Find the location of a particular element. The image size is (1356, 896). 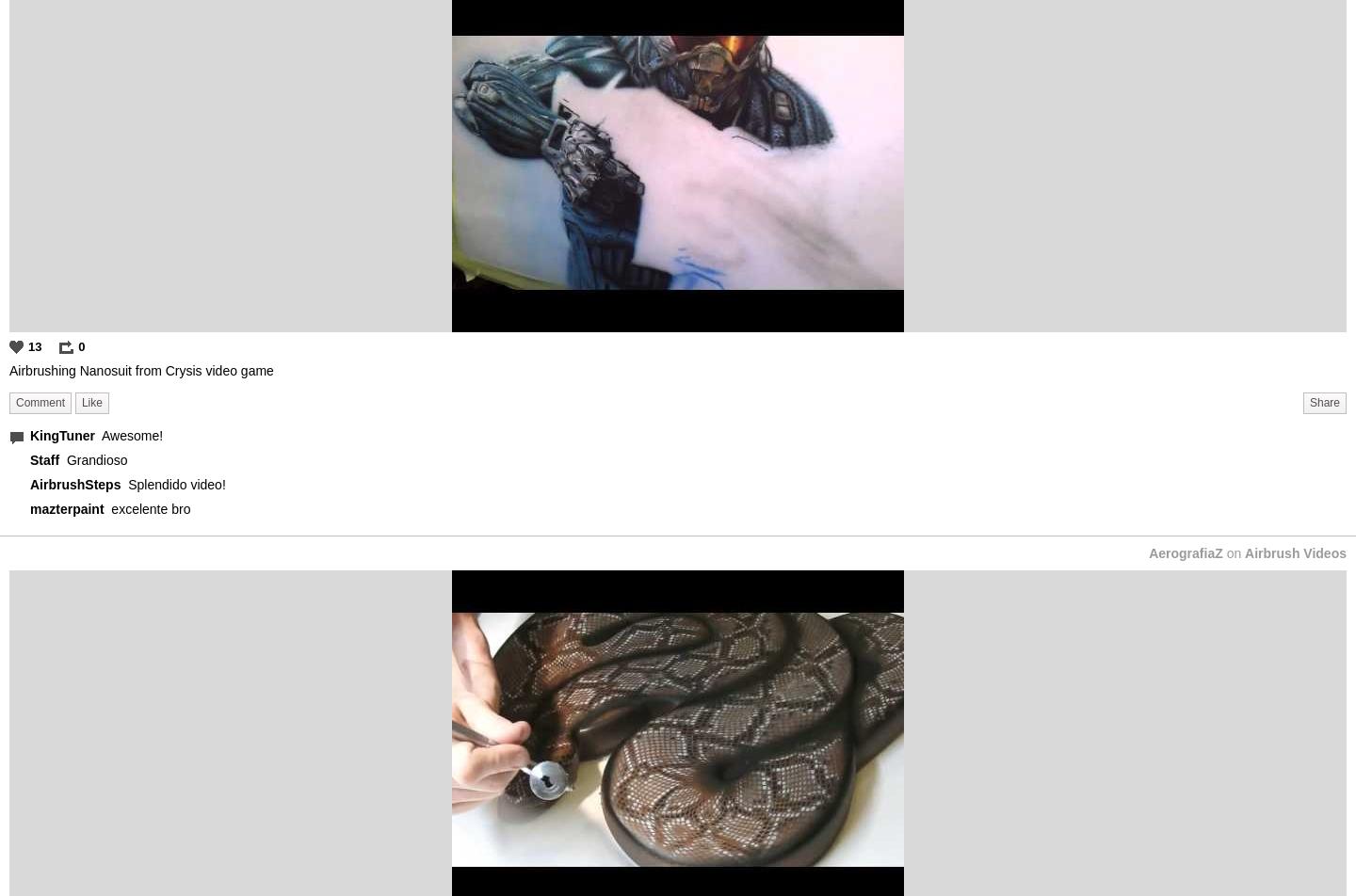

'excelente bro' is located at coordinates (149, 507).